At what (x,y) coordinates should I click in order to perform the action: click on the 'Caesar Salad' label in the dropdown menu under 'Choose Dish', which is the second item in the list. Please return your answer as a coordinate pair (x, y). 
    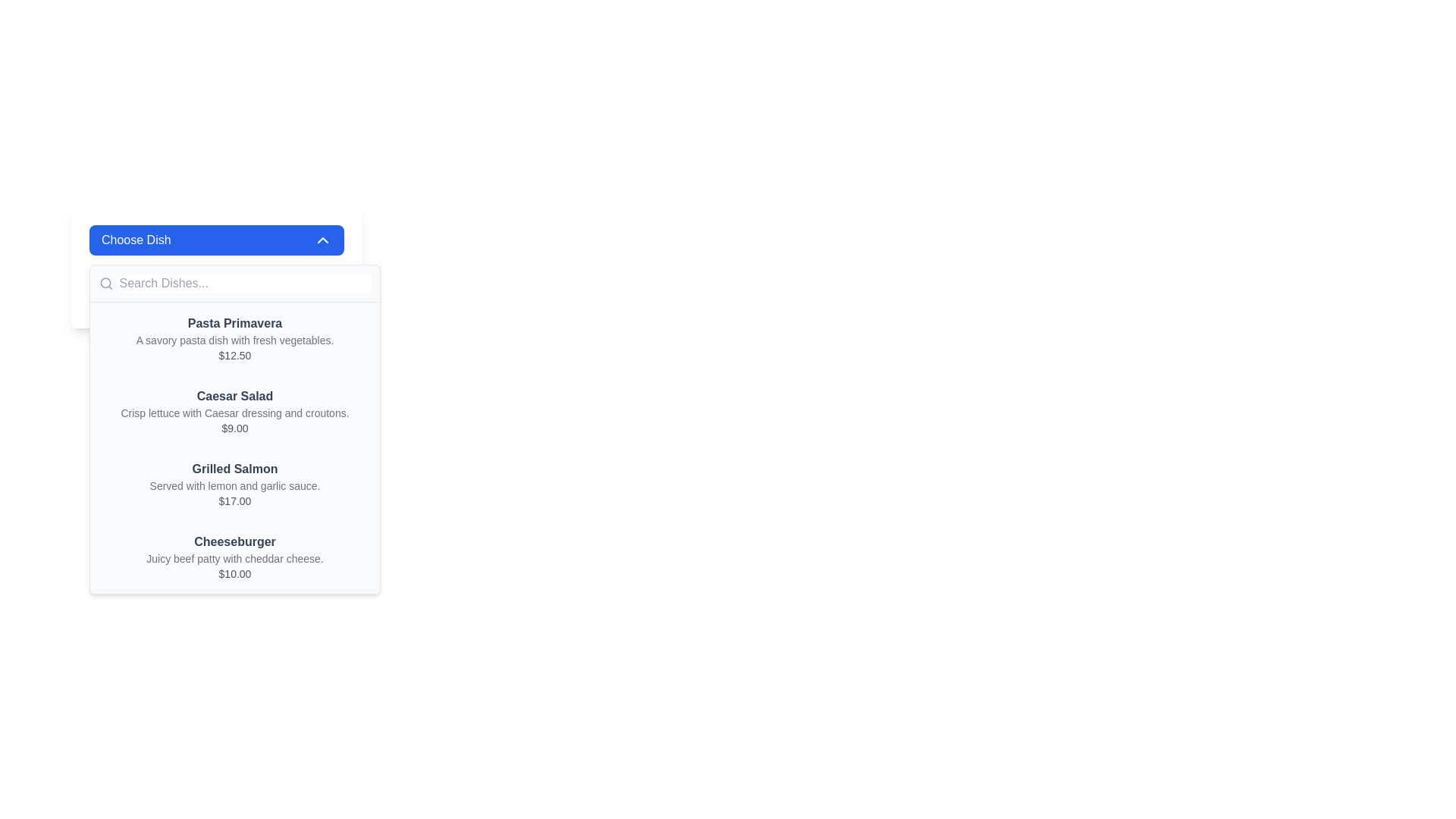
    Looking at the image, I should click on (234, 396).